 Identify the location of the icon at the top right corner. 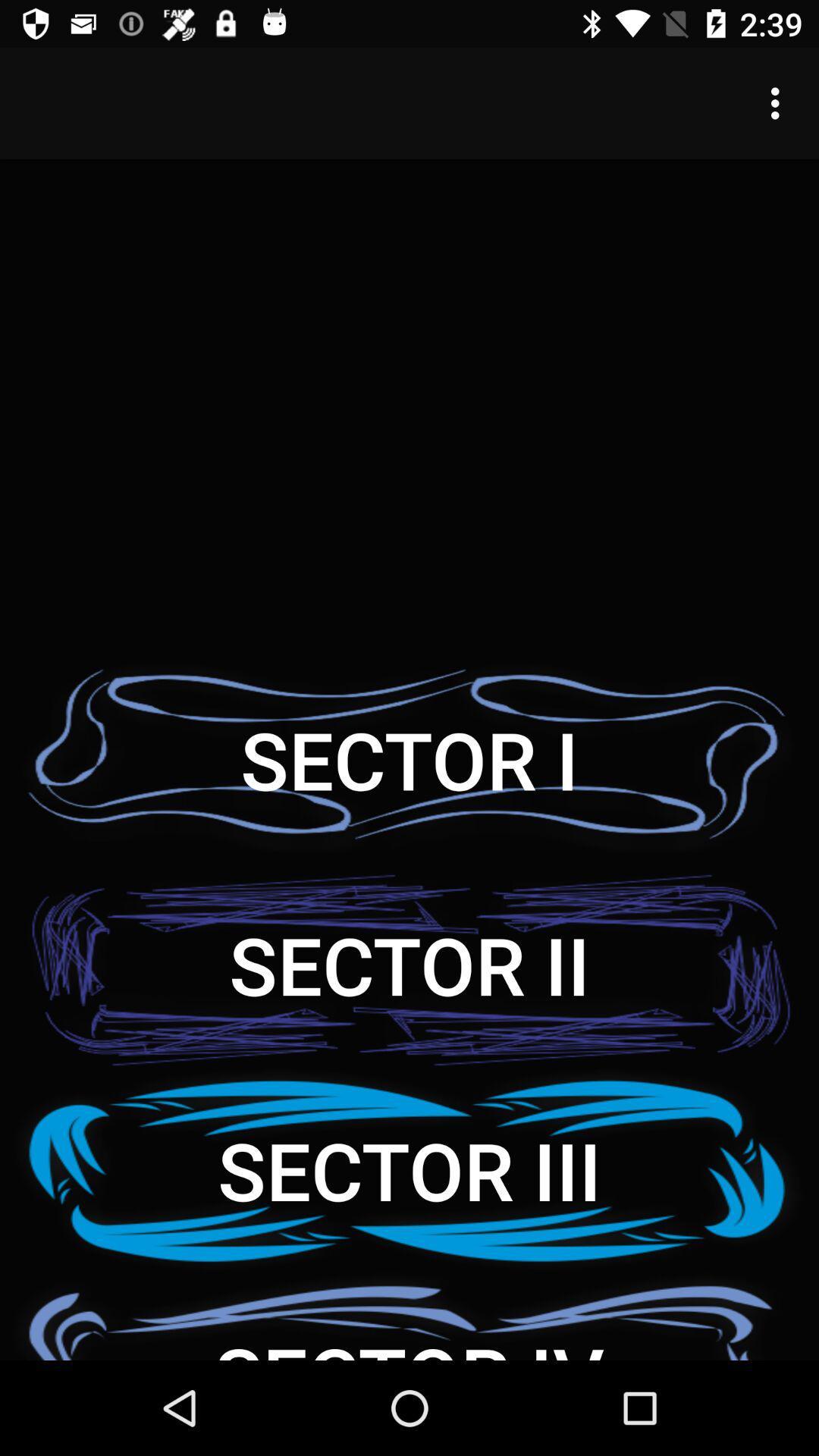
(779, 102).